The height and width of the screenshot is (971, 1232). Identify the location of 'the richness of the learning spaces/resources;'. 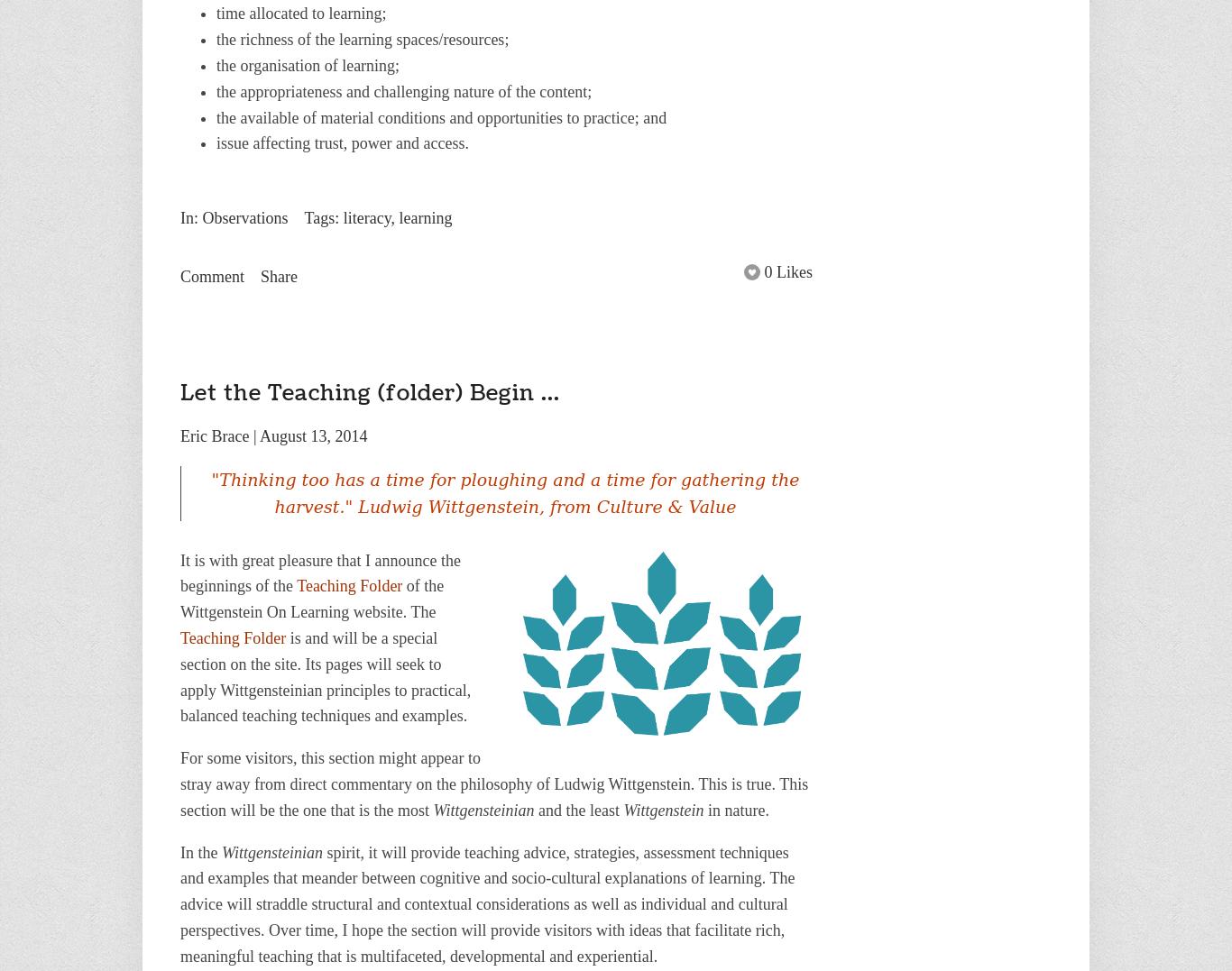
(362, 40).